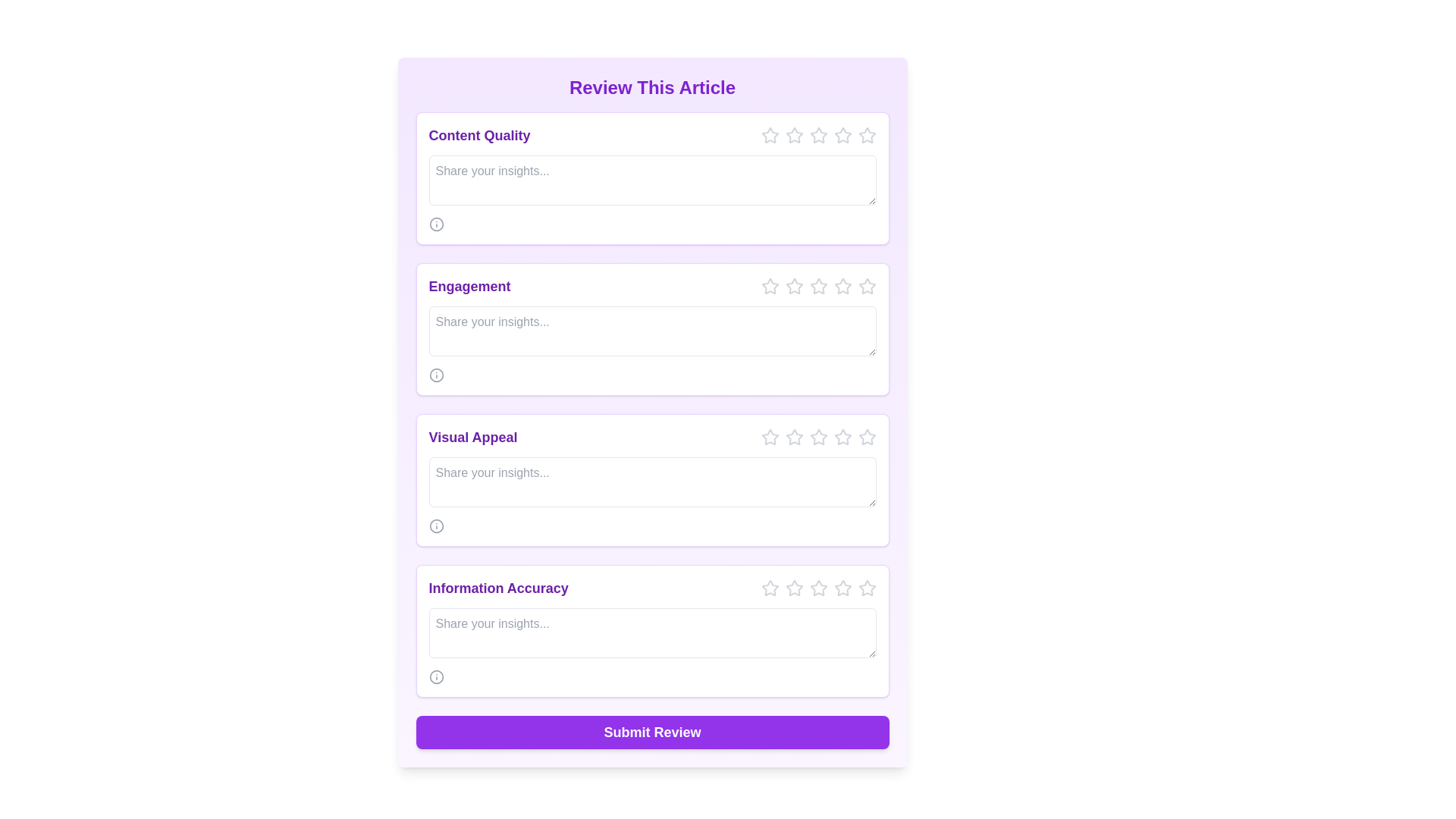 The height and width of the screenshot is (819, 1456). What do you see at coordinates (867, 587) in the screenshot?
I see `the fifth silver-gray star icon in the 'Information Accuracy' section of the review form to rate it` at bounding box center [867, 587].